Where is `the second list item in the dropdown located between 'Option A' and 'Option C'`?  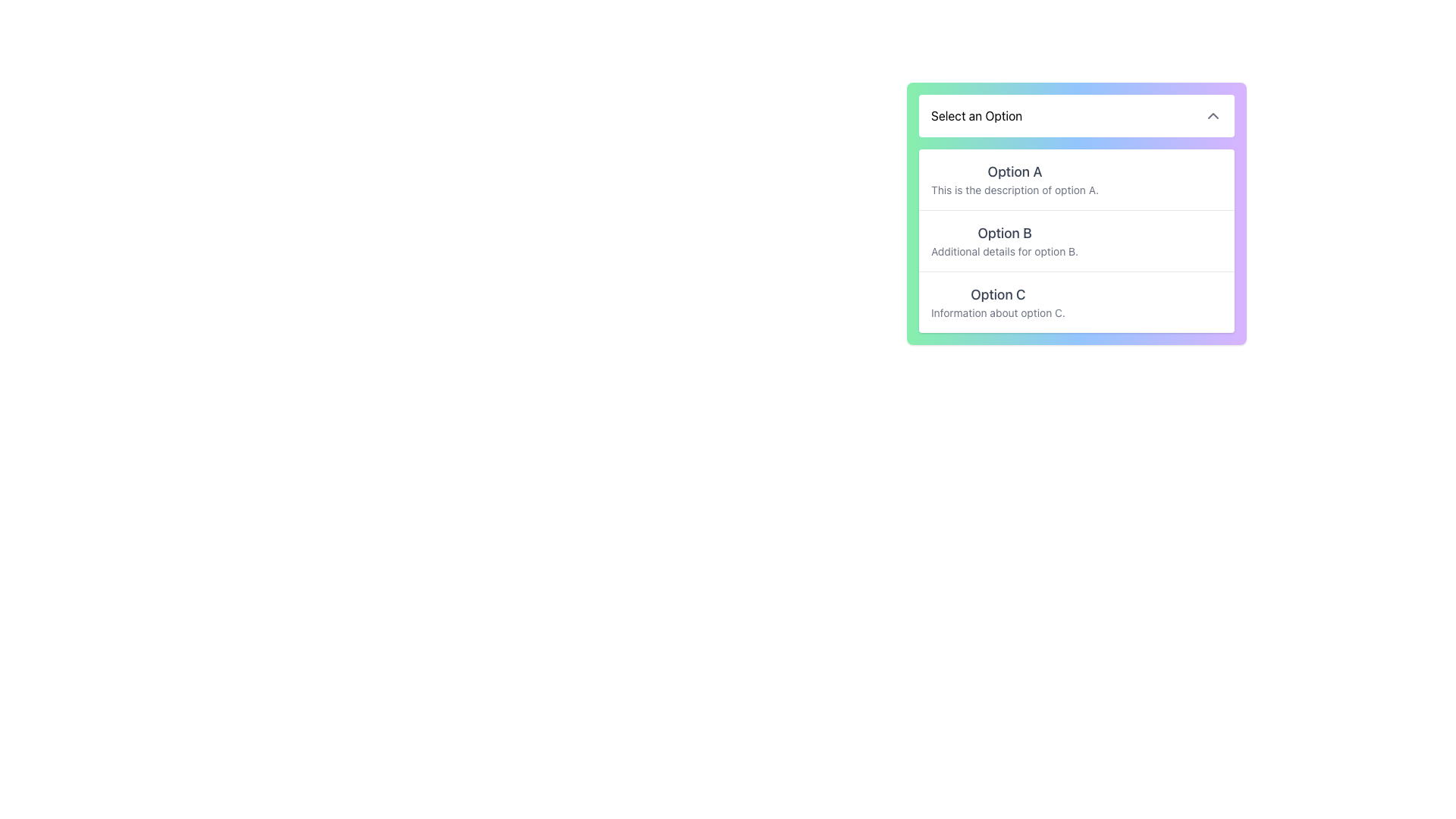 the second list item in the dropdown located between 'Option A' and 'Option C' is located at coordinates (1076, 240).